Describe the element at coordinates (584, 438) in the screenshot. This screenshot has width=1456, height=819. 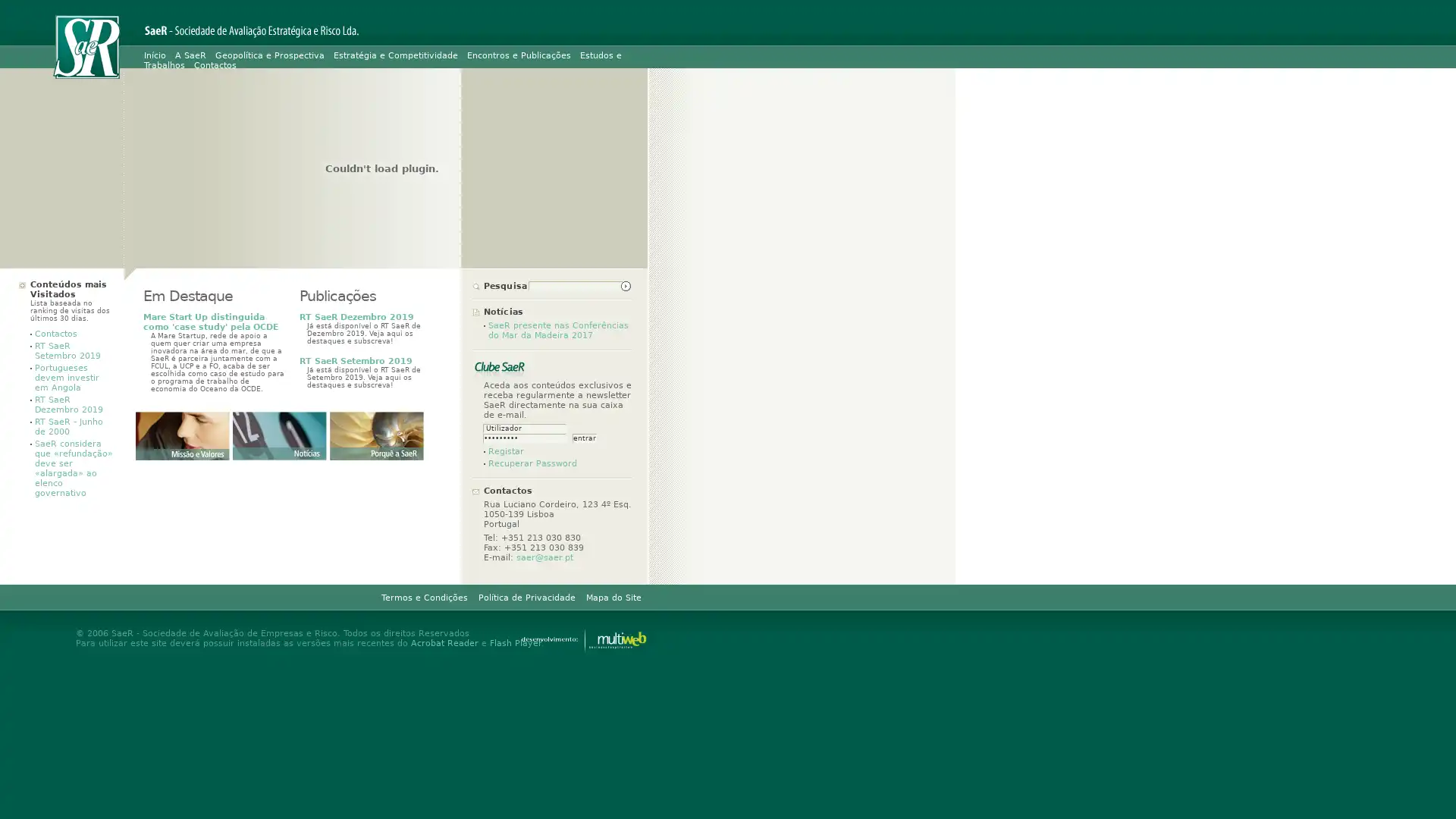
I see `entrar` at that location.